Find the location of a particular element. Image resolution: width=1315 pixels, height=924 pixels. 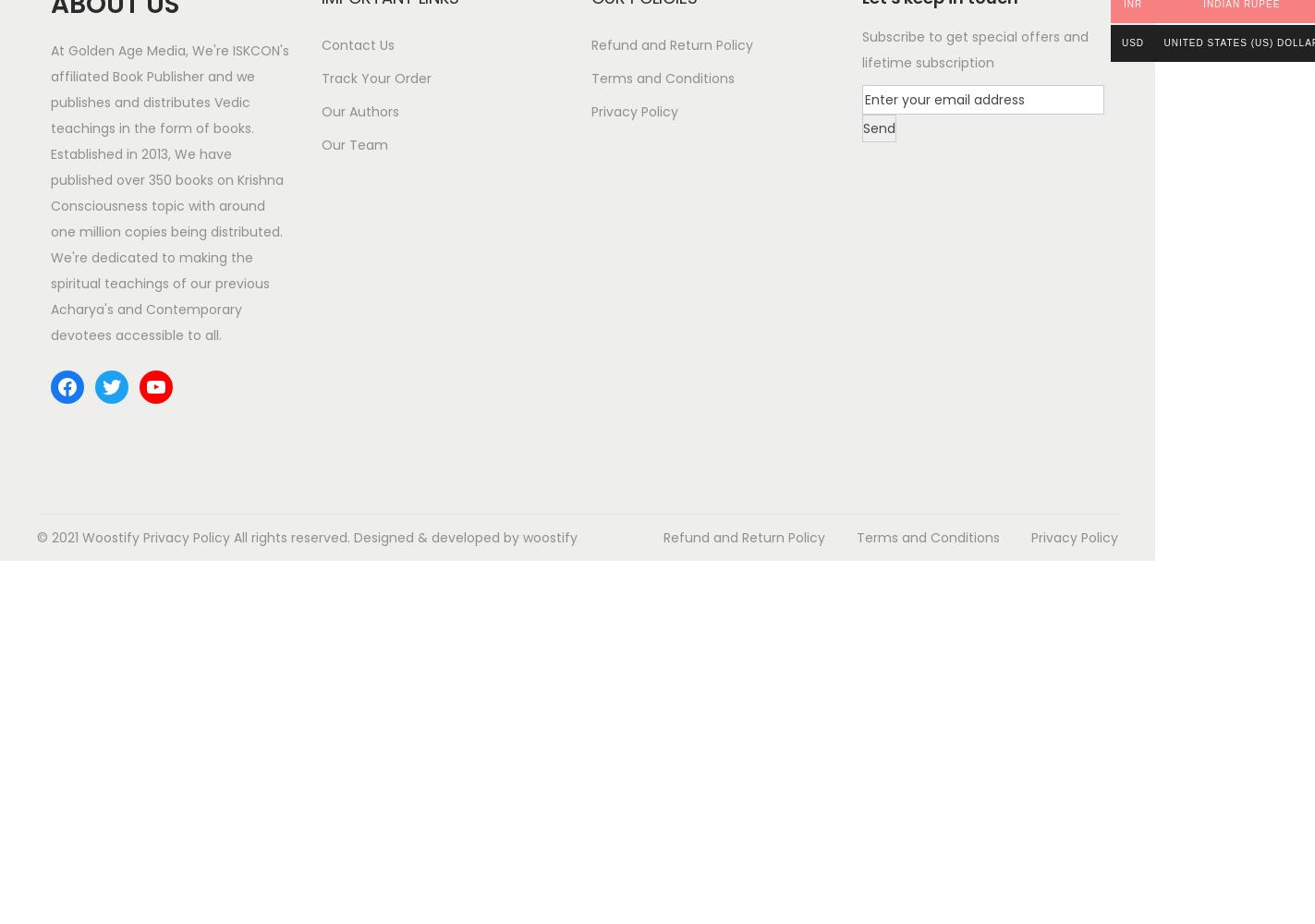

'Sarvasakshi Dasa' is located at coordinates (821, 28).